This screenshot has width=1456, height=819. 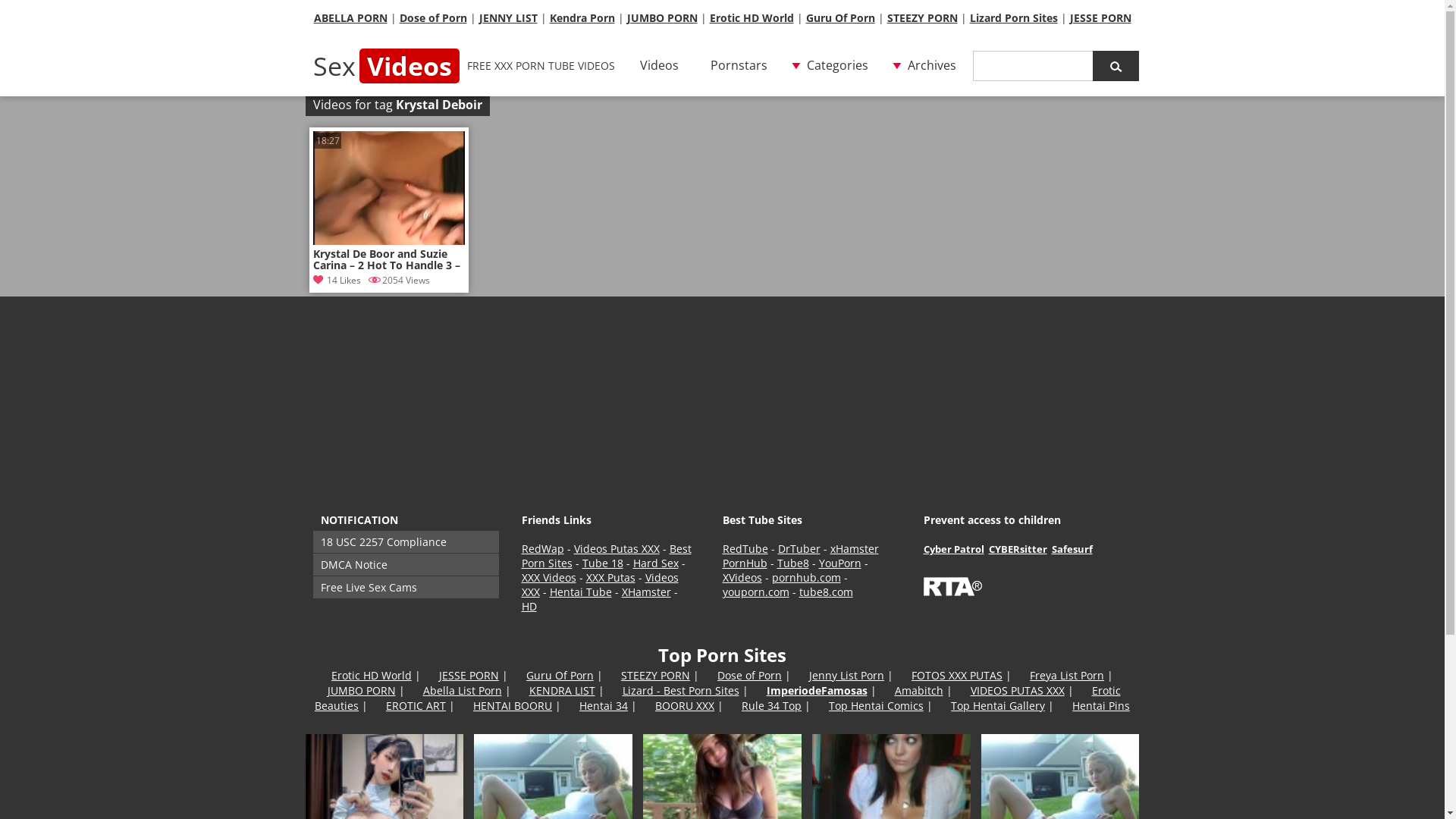 What do you see at coordinates (956, 674) in the screenshot?
I see `'FOTOS XXX PUTAS'` at bounding box center [956, 674].